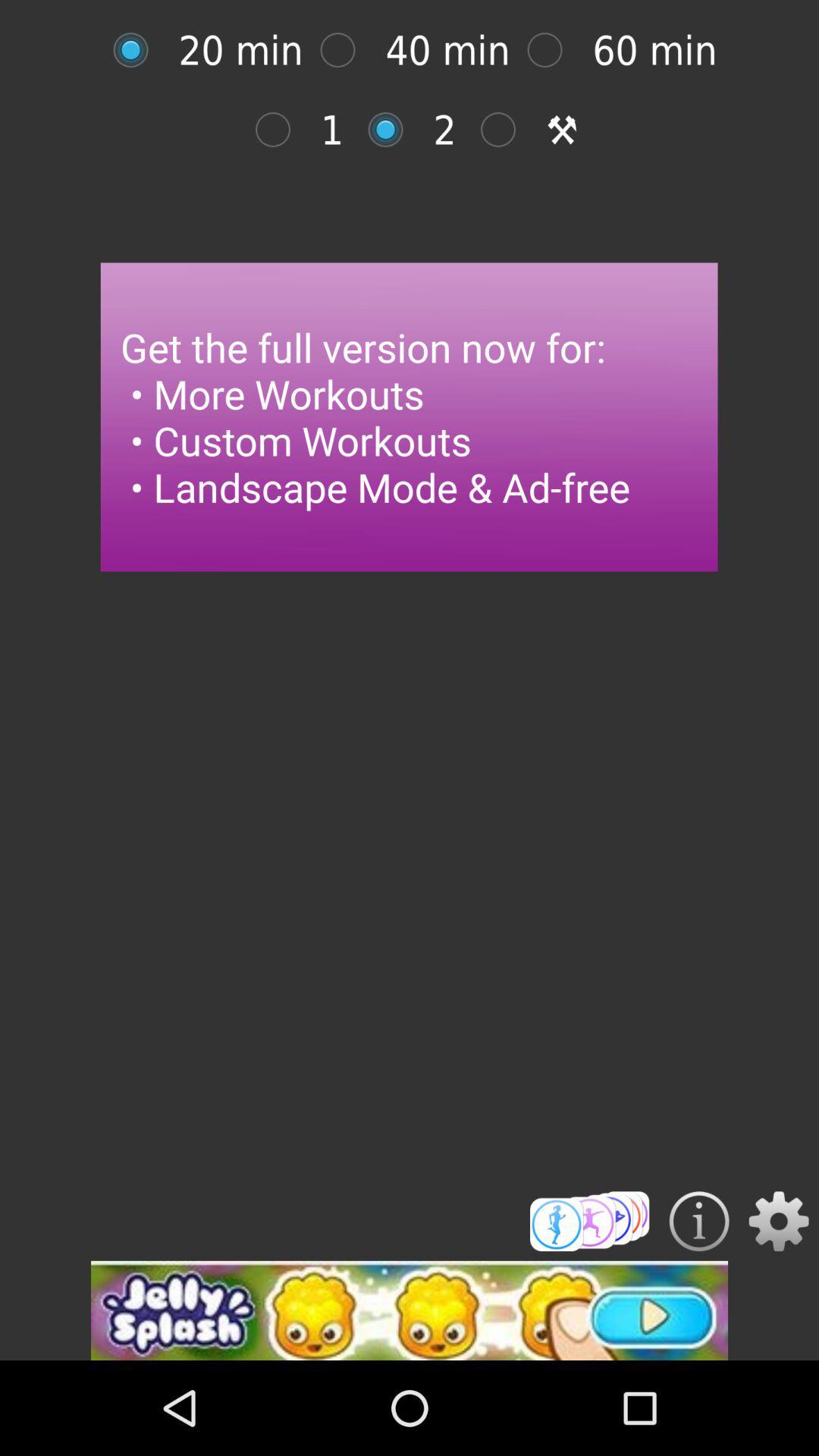 The width and height of the screenshot is (819, 1456). Describe the element at coordinates (393, 130) in the screenshot. I see `an option` at that location.